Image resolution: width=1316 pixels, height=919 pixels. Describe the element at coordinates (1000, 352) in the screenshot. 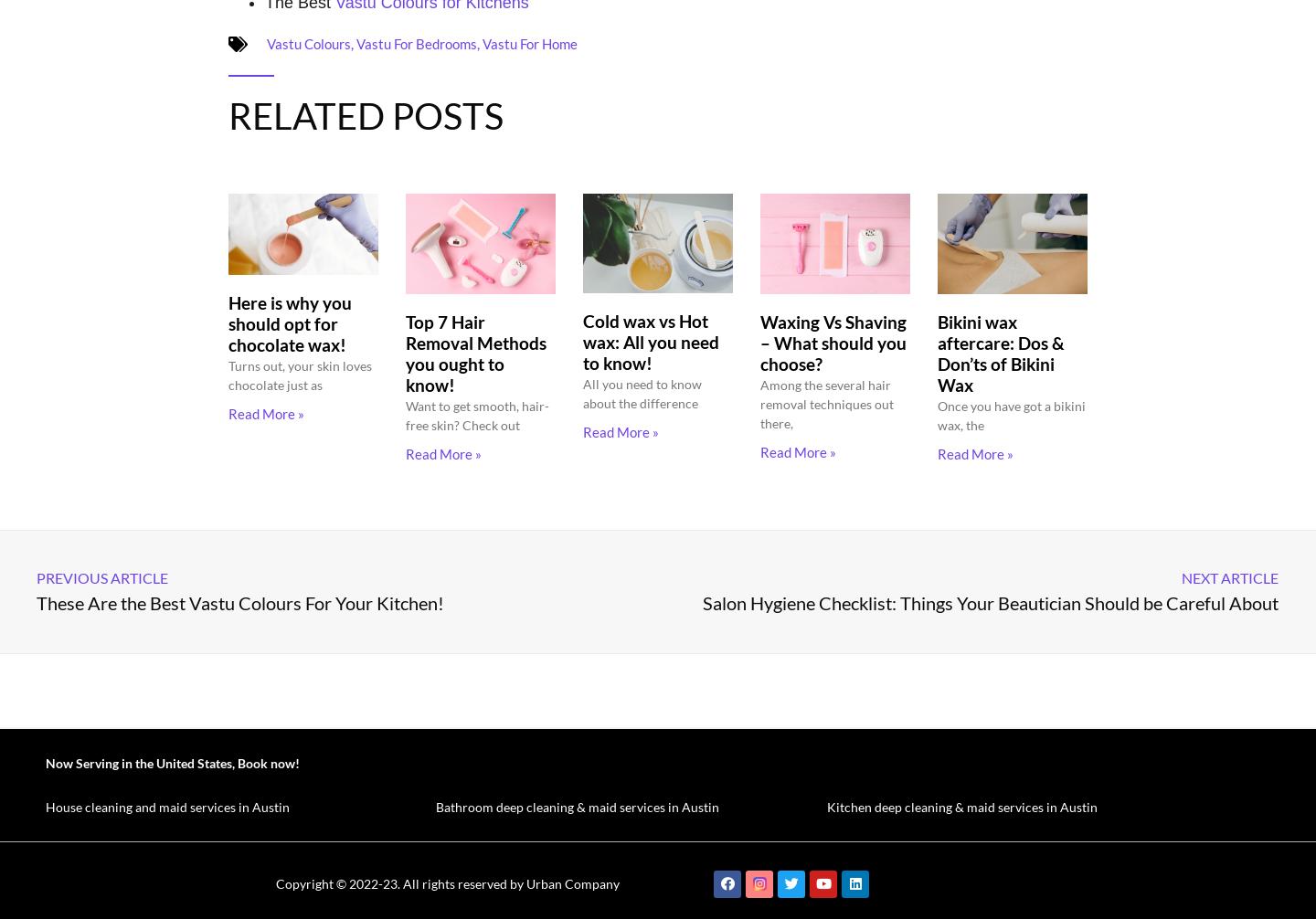

I see `'Bikini wax aftercare: Dos & Don’ts of Bikini Wax'` at that location.